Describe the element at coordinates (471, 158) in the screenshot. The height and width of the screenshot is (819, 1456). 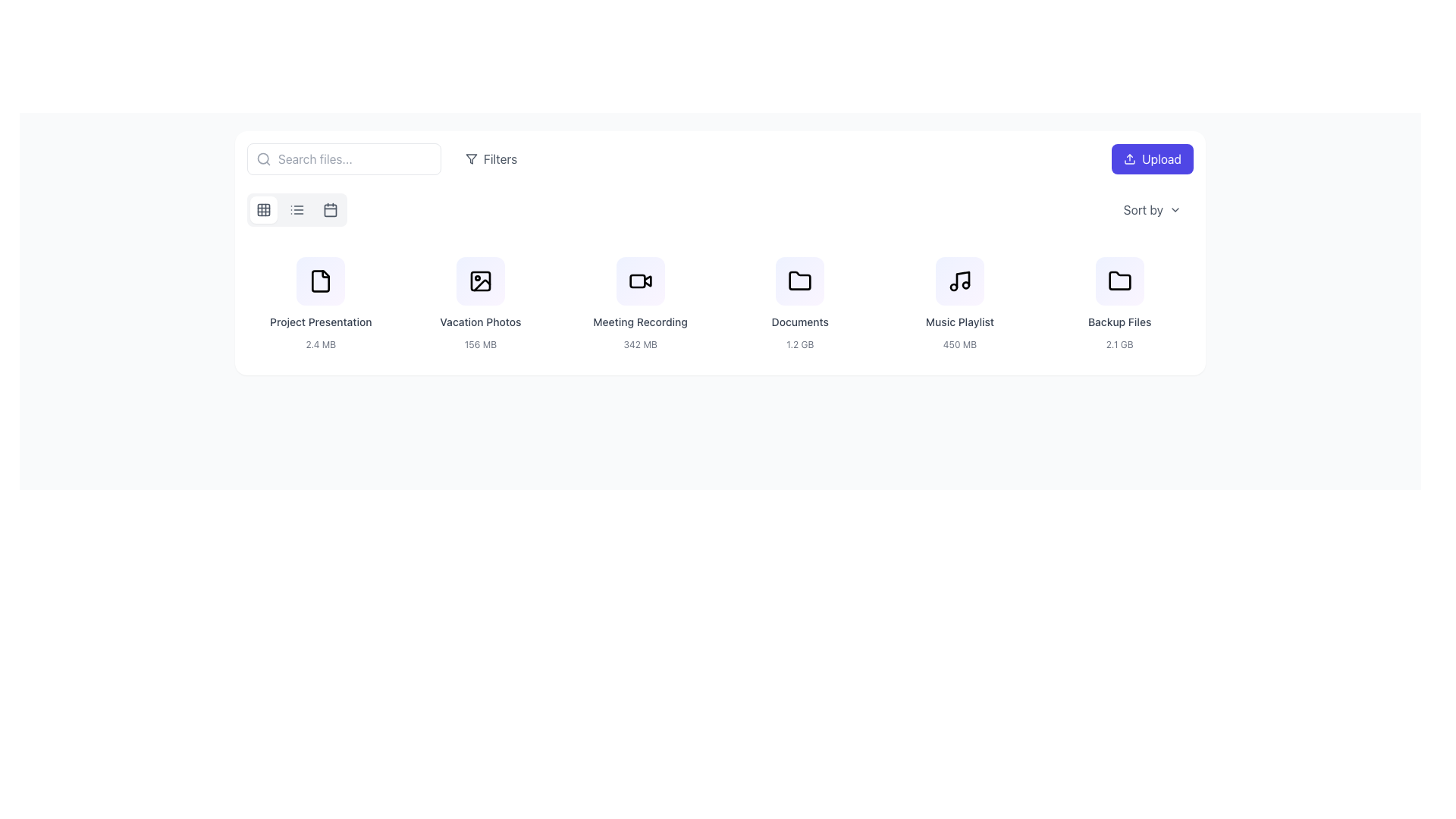
I see `the filter icon located left of the 'Filters' label` at that location.